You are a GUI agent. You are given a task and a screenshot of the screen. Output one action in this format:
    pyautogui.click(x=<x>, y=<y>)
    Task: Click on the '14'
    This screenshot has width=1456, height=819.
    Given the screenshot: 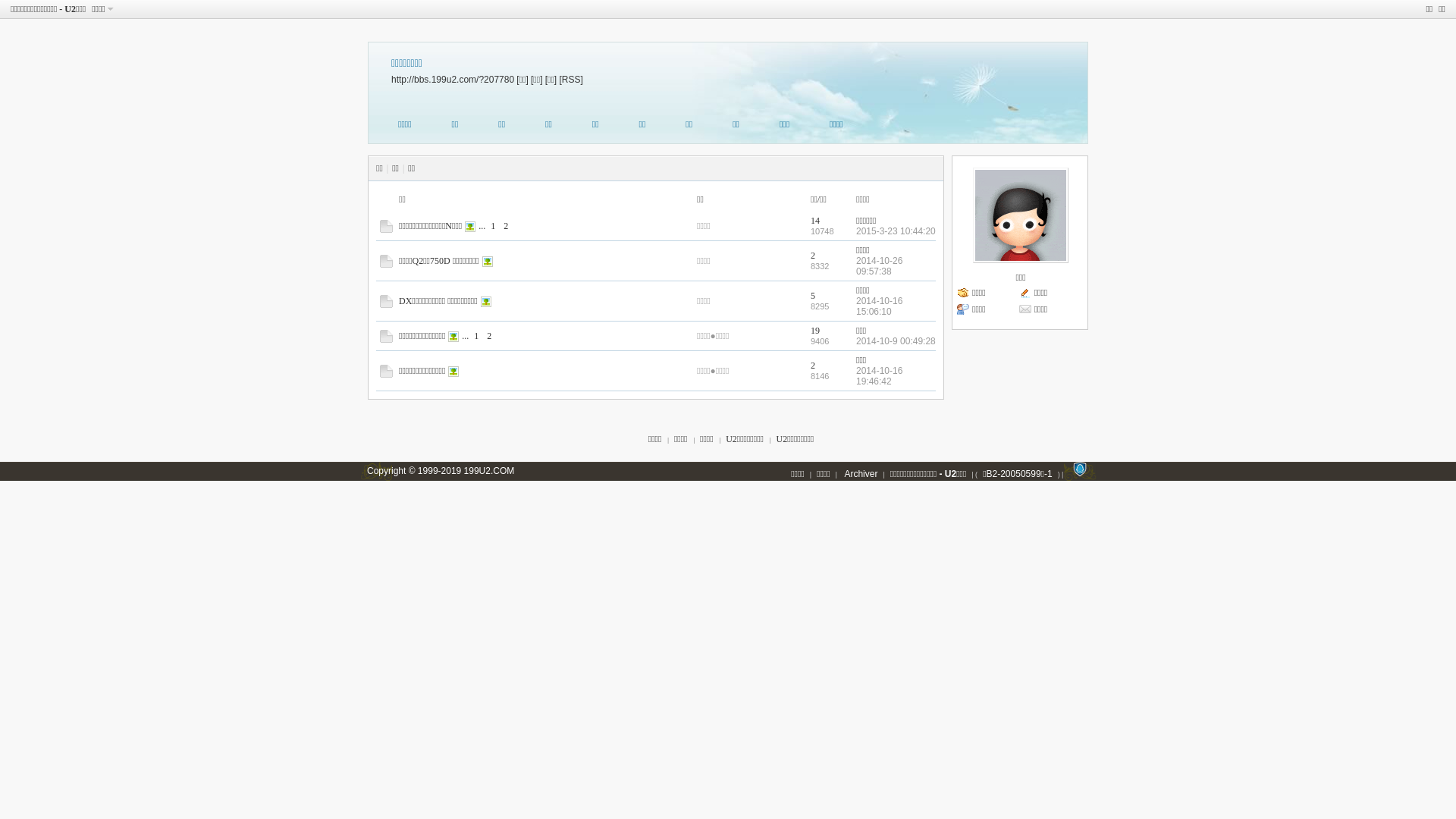 What is the action you would take?
    pyautogui.click(x=814, y=220)
    